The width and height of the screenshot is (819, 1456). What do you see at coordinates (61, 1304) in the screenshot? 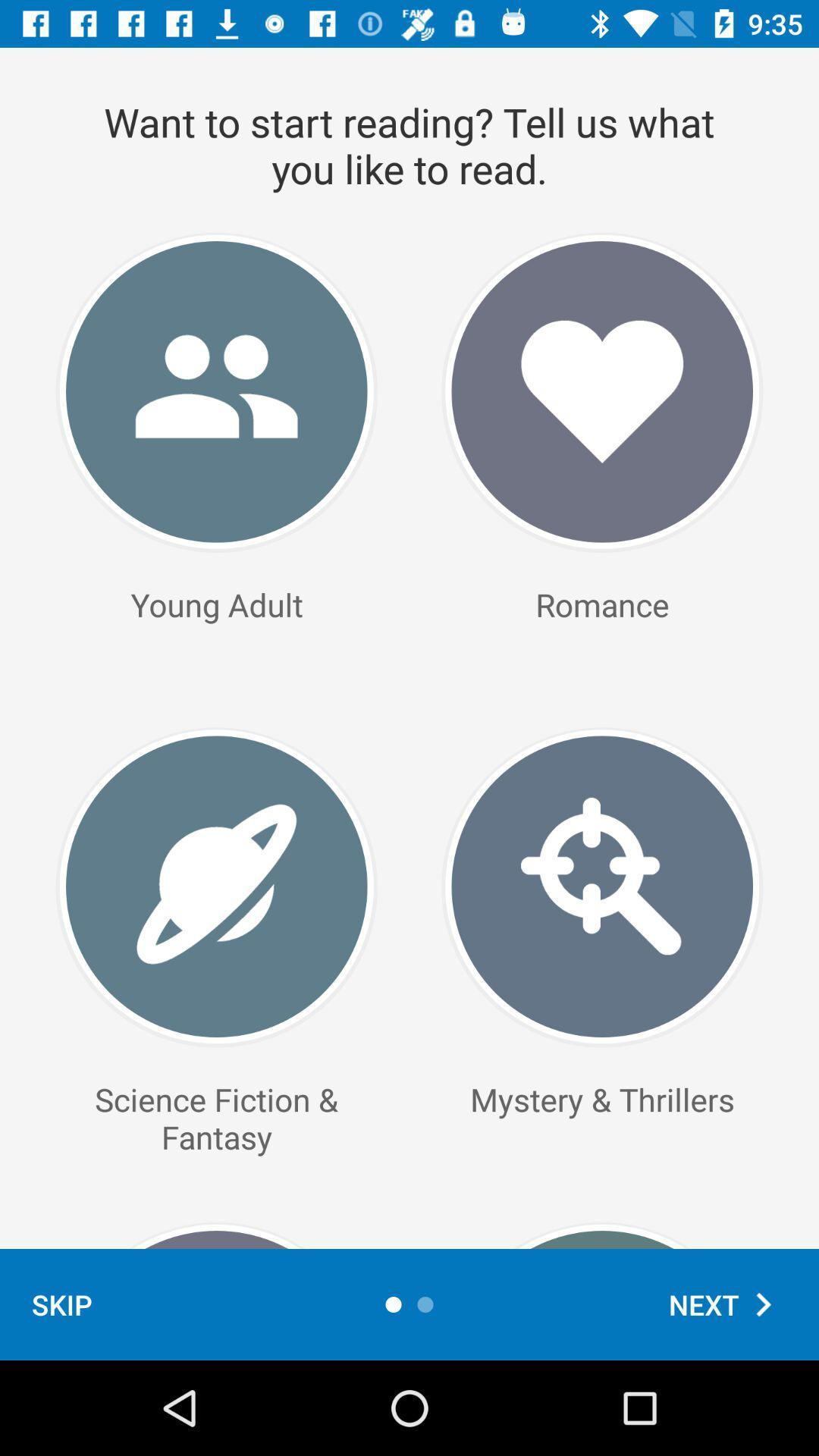
I see `skip icon` at bounding box center [61, 1304].